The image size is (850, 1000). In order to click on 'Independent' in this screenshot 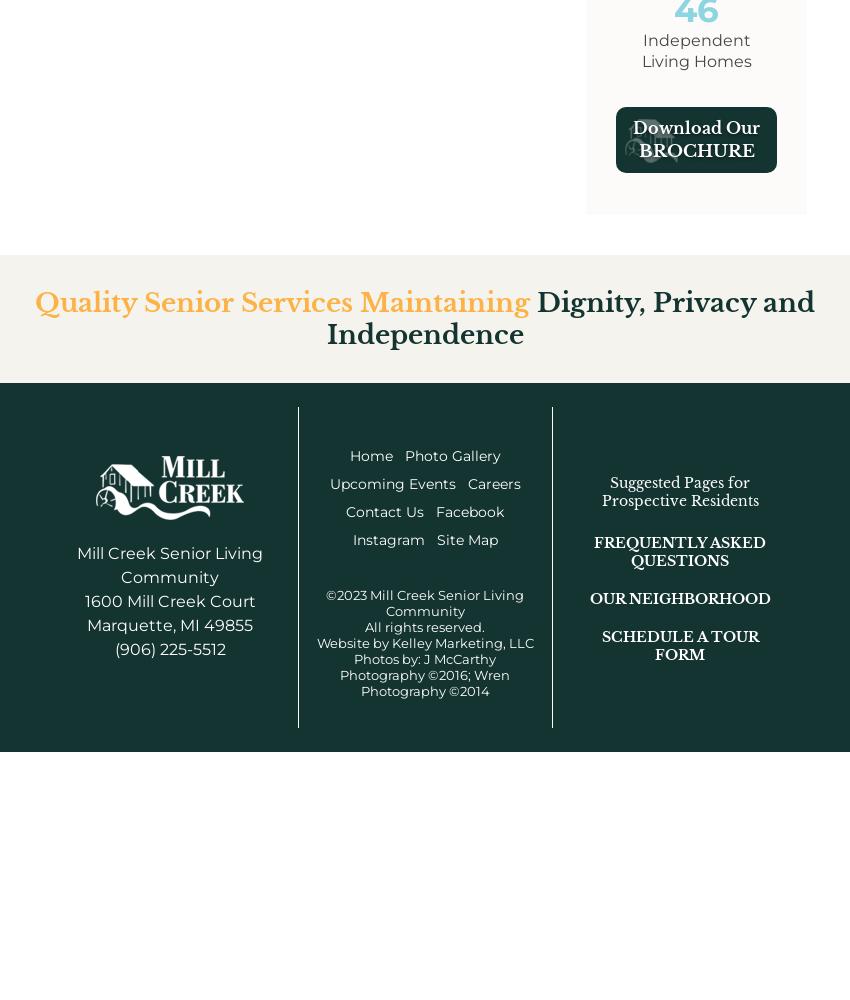, I will do `click(694, 39)`.